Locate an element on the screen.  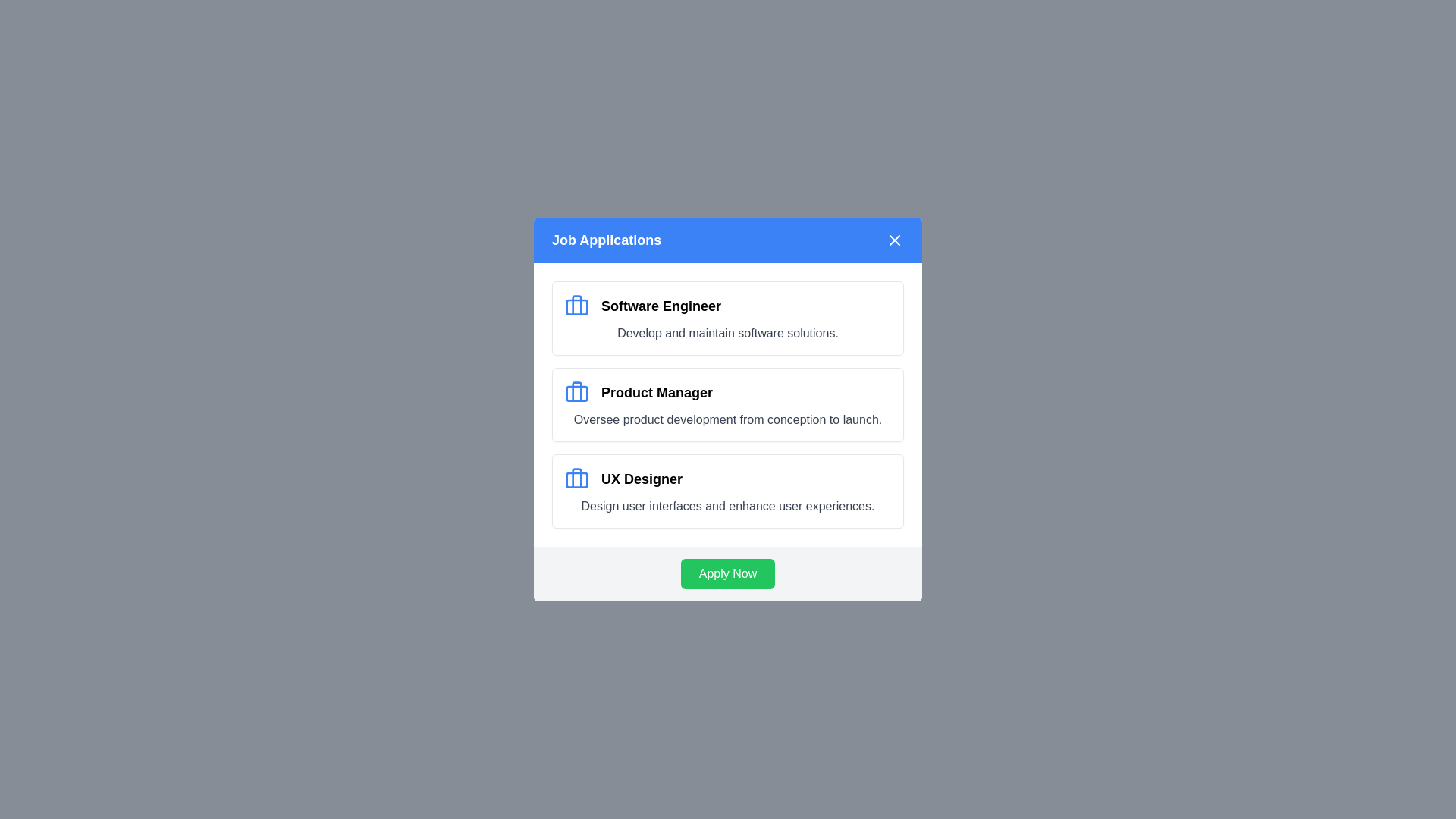
the blue suitcase icon, which is a briefcase symbol located to the left of the text 'UX Designer' in the third row of the 'Job Applications' section is located at coordinates (576, 479).